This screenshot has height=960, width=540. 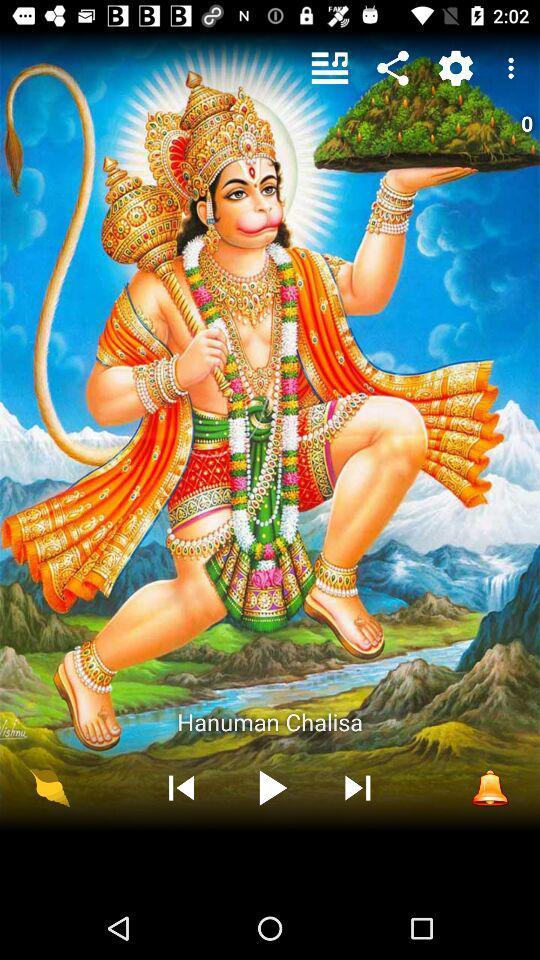 I want to click on the play icon, so click(x=269, y=788).